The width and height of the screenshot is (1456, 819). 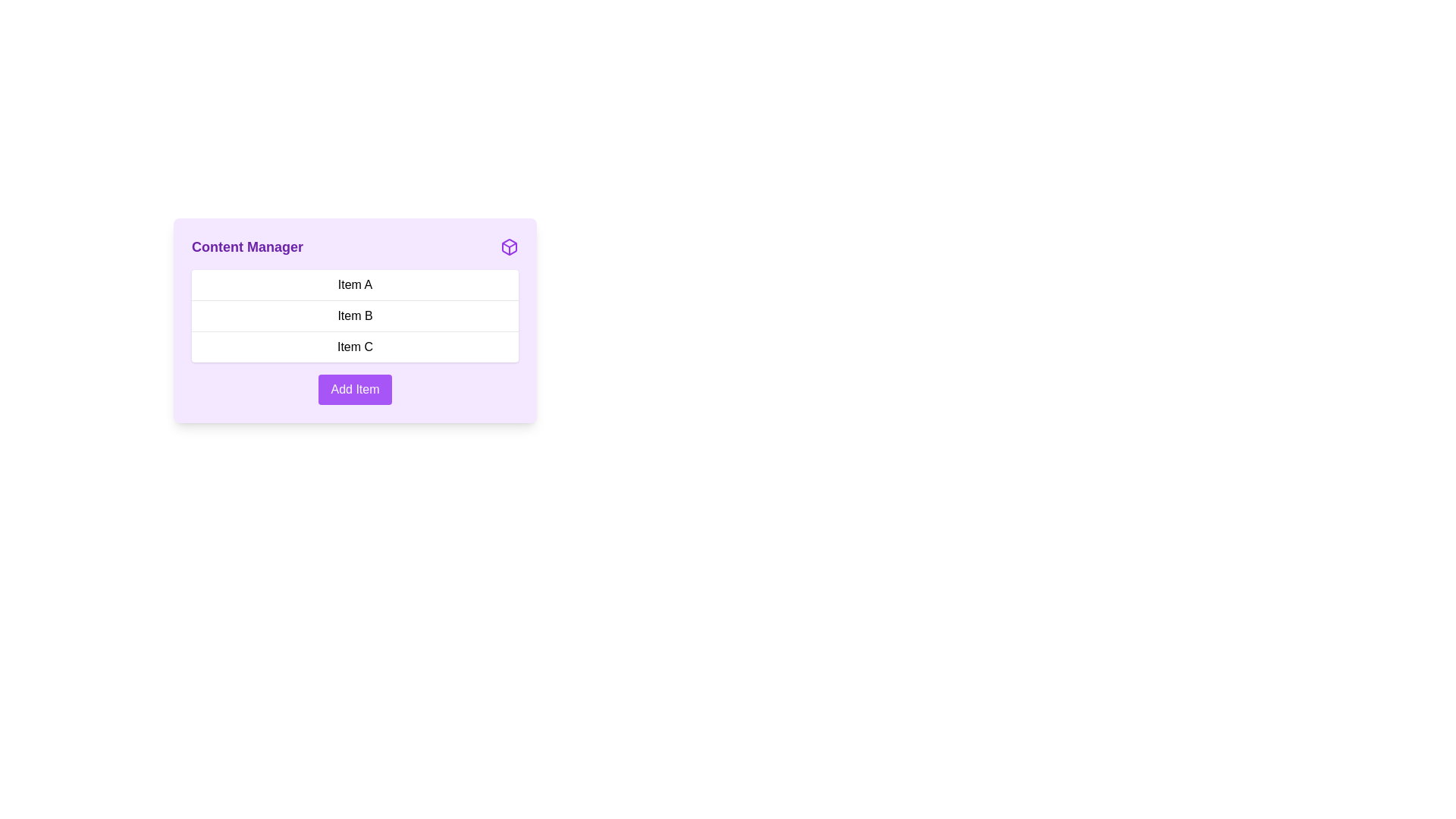 I want to click on the second item in the vertical list, which is related to 'Item B', so click(x=354, y=315).